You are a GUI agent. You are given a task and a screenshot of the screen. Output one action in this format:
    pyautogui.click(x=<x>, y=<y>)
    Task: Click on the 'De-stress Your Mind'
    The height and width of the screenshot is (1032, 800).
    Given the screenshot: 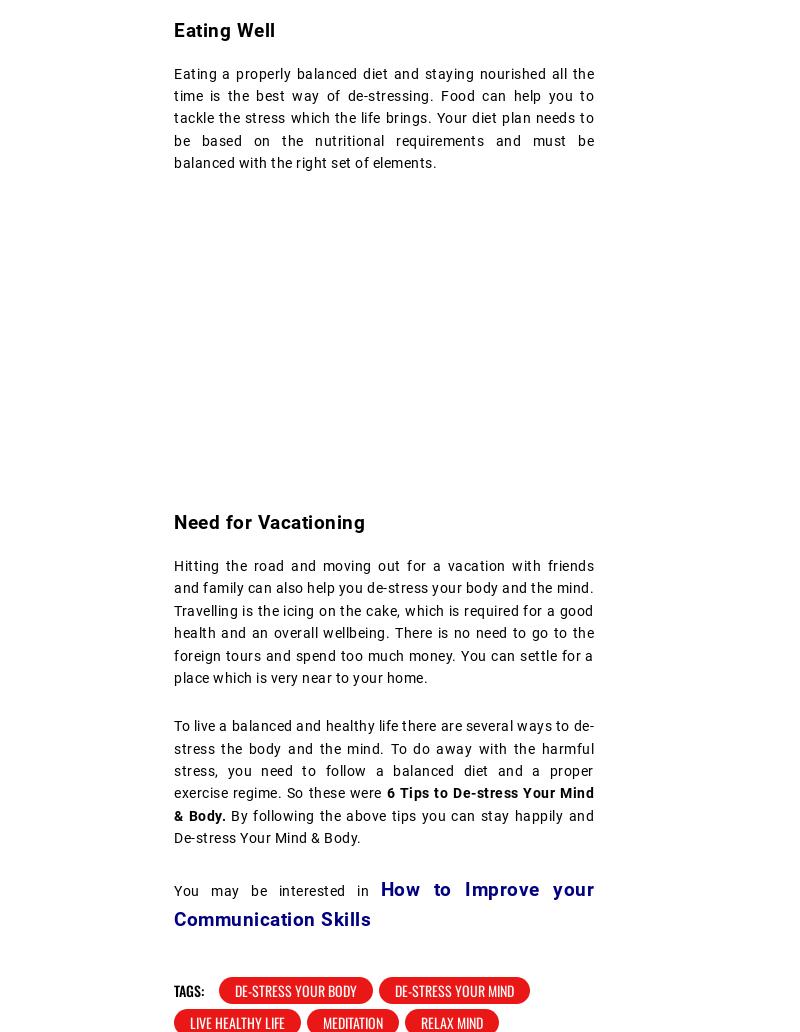 What is the action you would take?
    pyautogui.click(x=453, y=989)
    